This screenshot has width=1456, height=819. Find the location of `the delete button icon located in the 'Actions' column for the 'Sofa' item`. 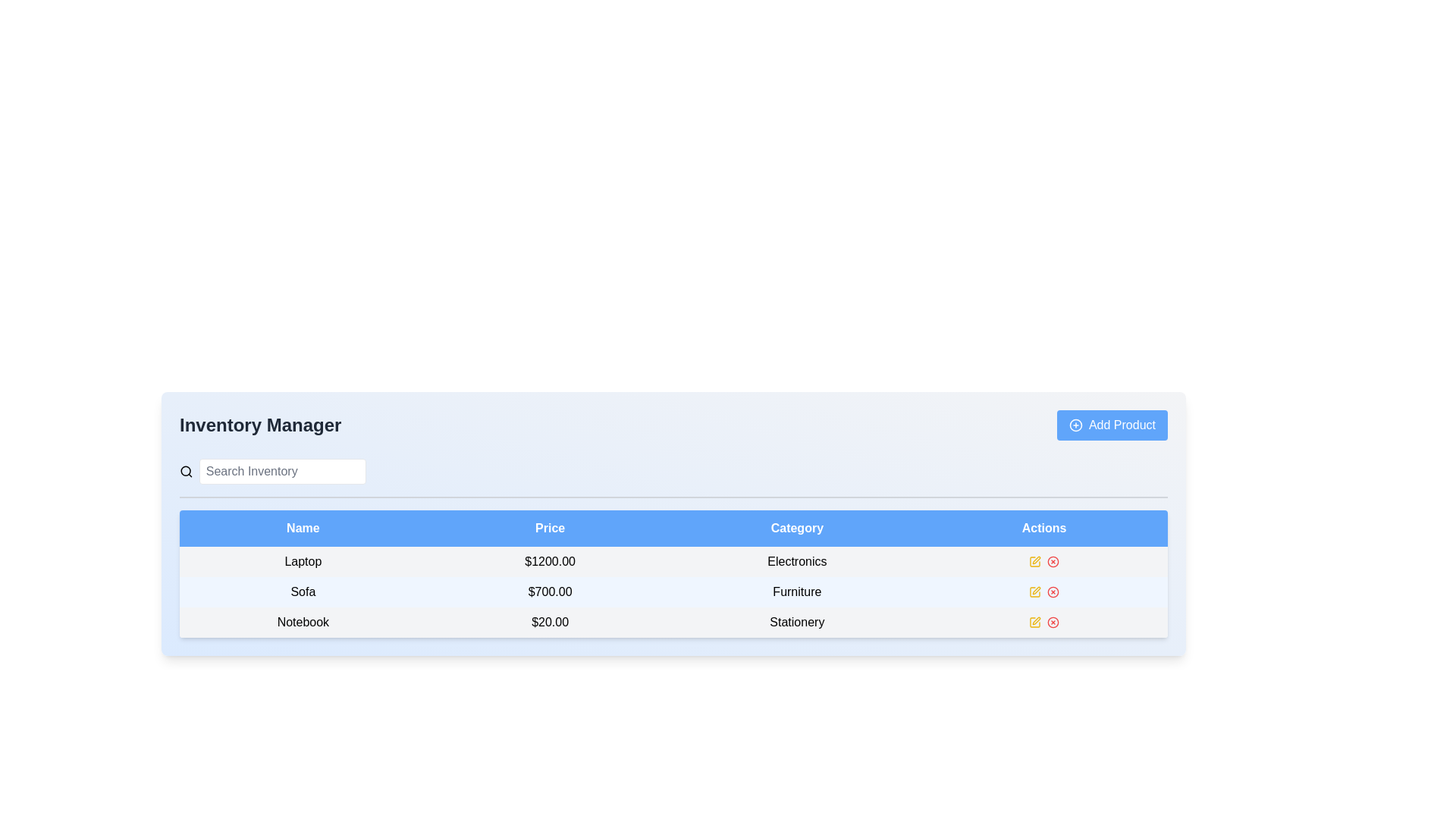

the delete button icon located in the 'Actions' column for the 'Sofa' item is located at coordinates (1053, 591).